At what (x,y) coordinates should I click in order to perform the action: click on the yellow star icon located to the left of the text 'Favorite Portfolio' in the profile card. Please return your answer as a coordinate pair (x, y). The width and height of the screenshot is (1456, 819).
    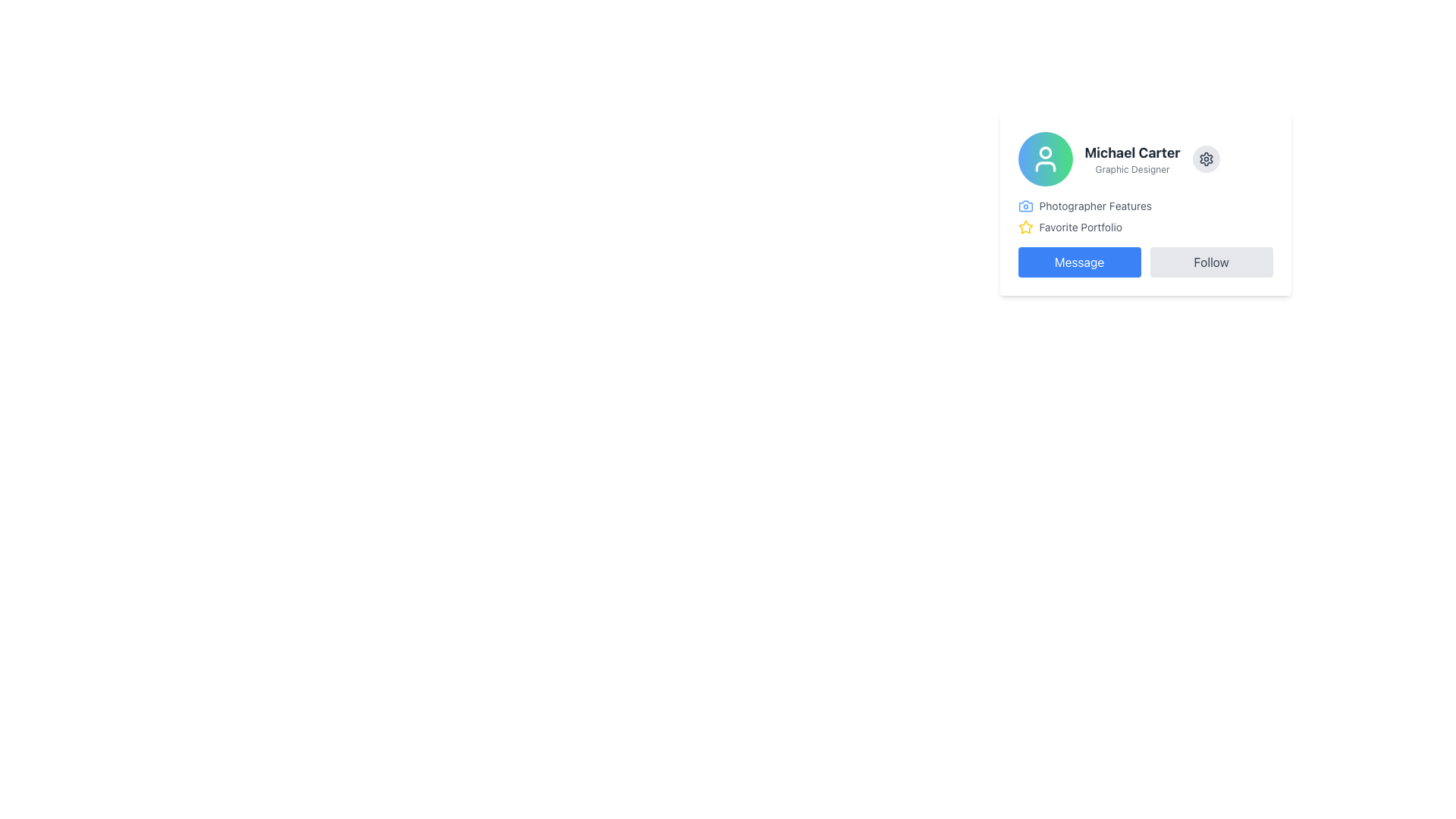
    Looking at the image, I should click on (1025, 227).